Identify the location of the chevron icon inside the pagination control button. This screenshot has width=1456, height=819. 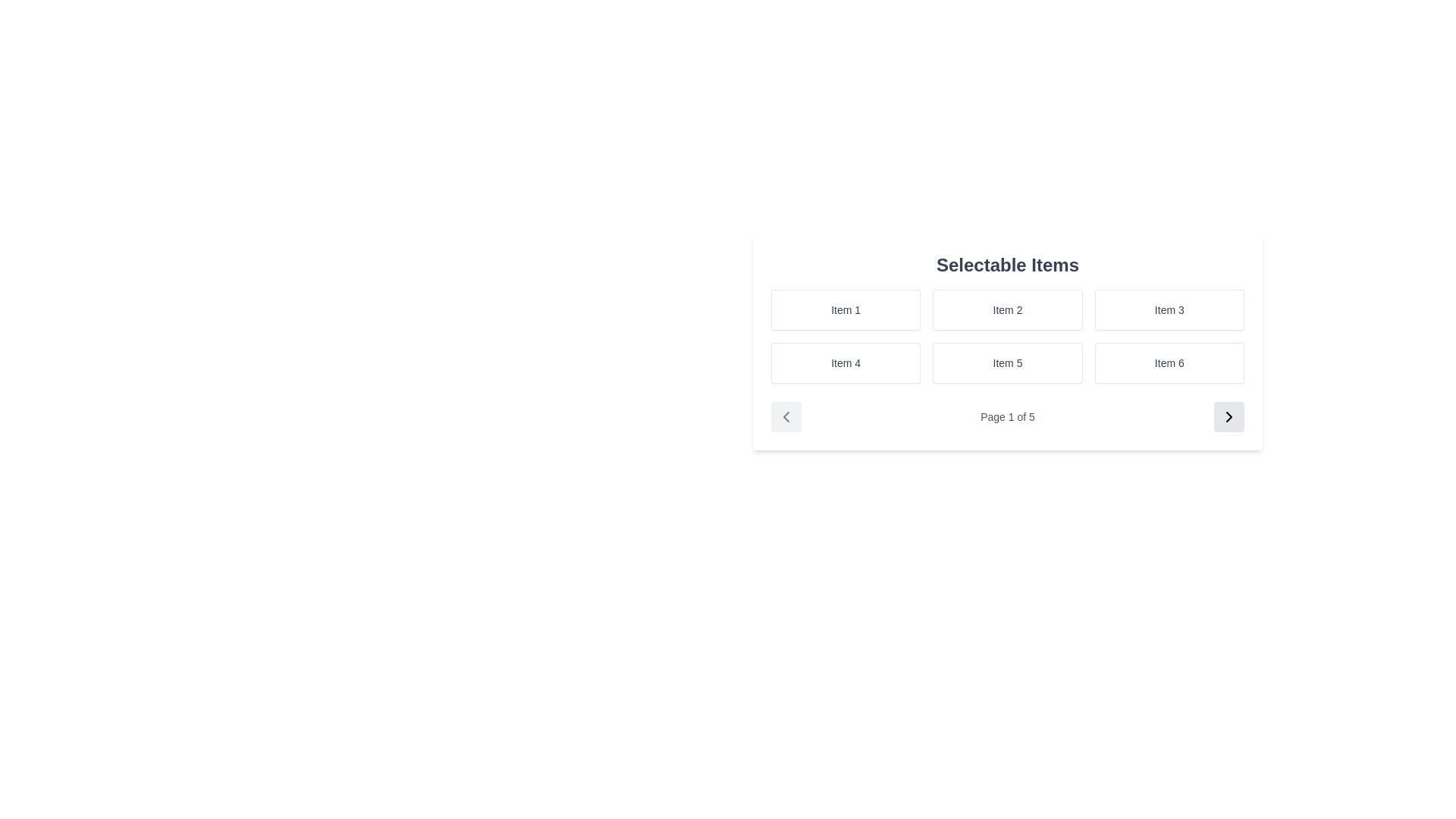
(786, 417).